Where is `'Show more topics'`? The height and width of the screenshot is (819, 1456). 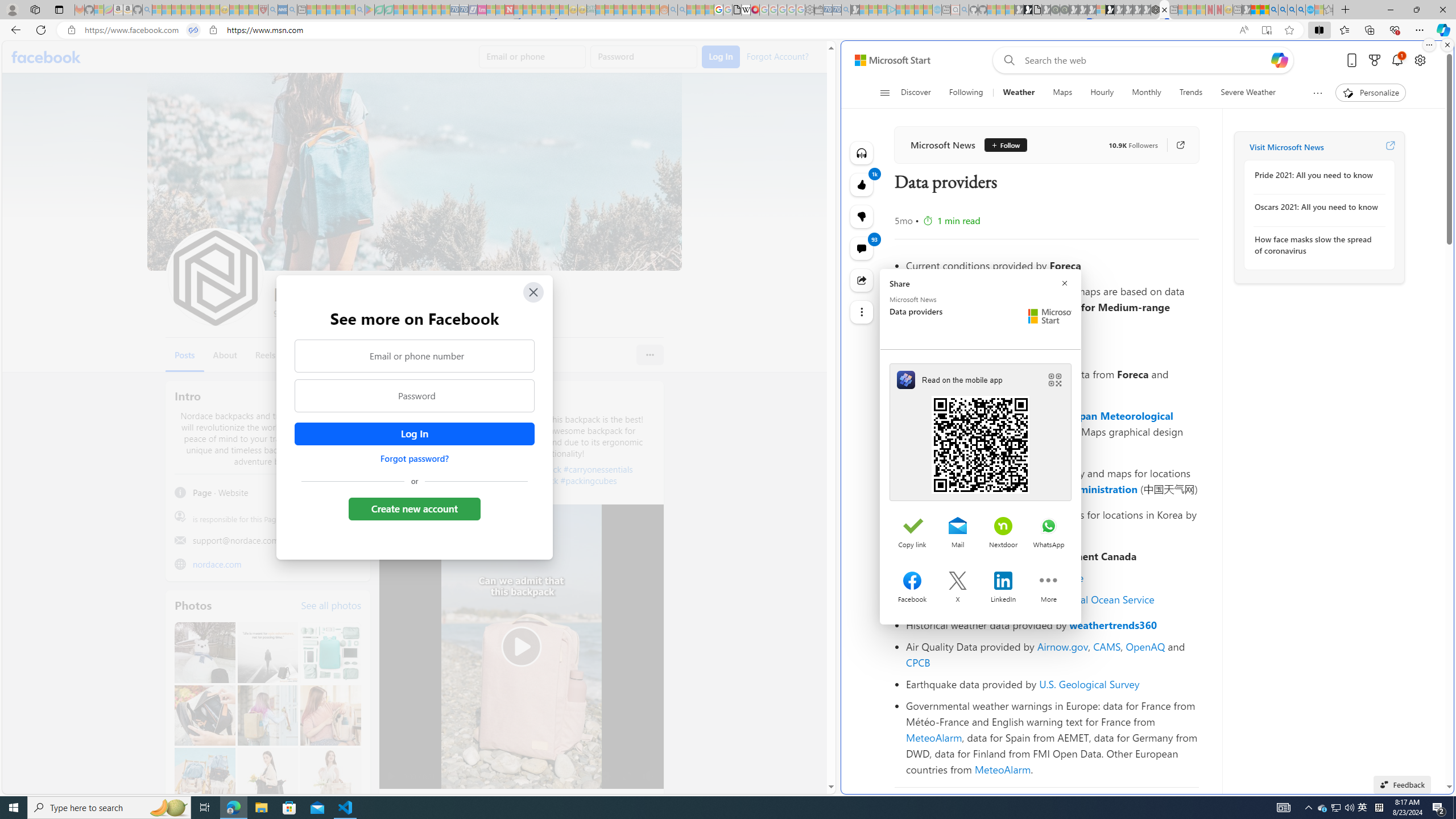
'Show more topics' is located at coordinates (1317, 92).